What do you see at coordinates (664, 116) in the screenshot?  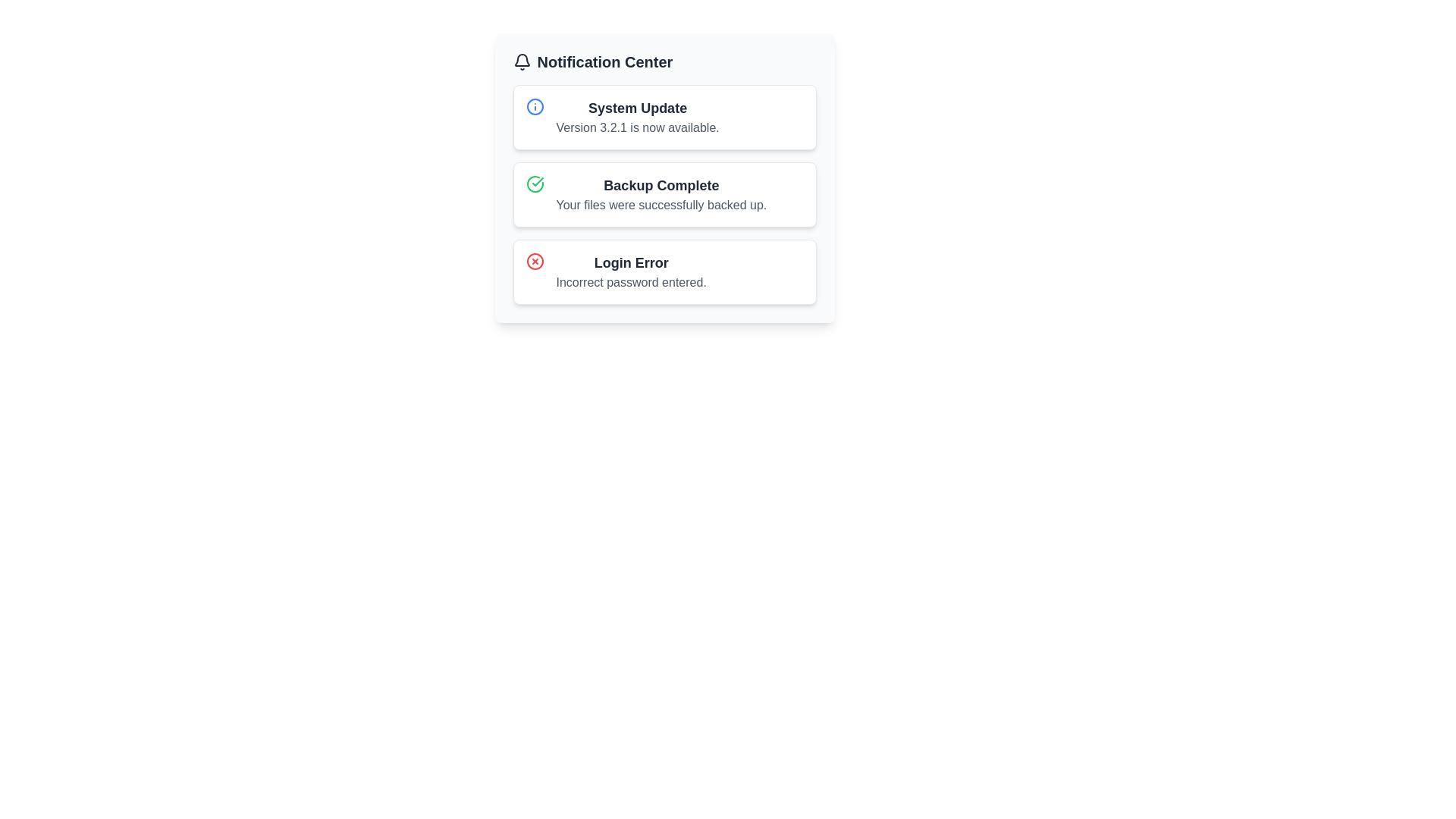 I see `the notification box styled with a white background and containing the title 'System Update' and subtitle 'Version 3.2.1 is now available.'` at bounding box center [664, 116].